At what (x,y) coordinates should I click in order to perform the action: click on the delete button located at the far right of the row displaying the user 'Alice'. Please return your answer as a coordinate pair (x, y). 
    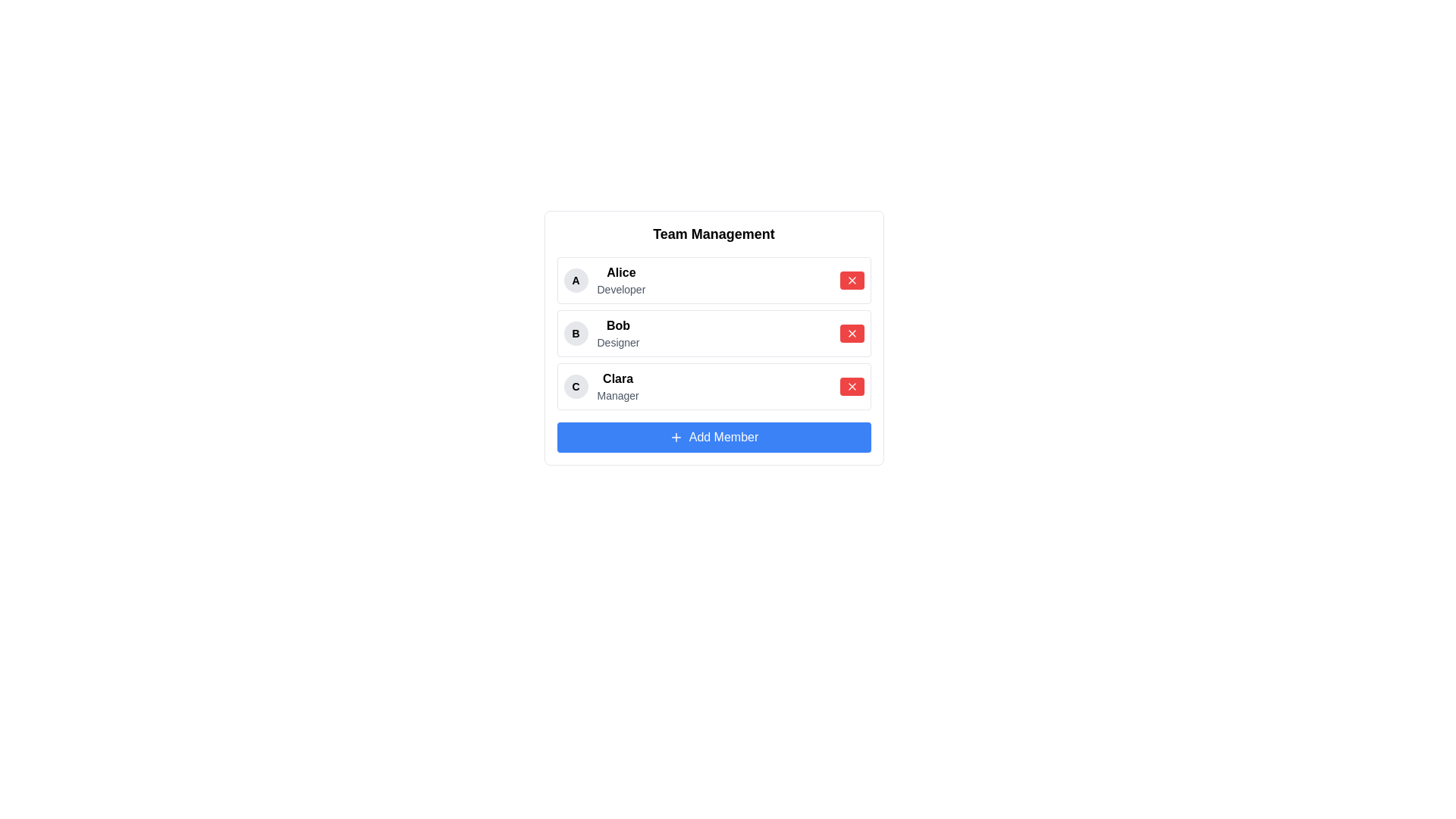
    Looking at the image, I should click on (852, 281).